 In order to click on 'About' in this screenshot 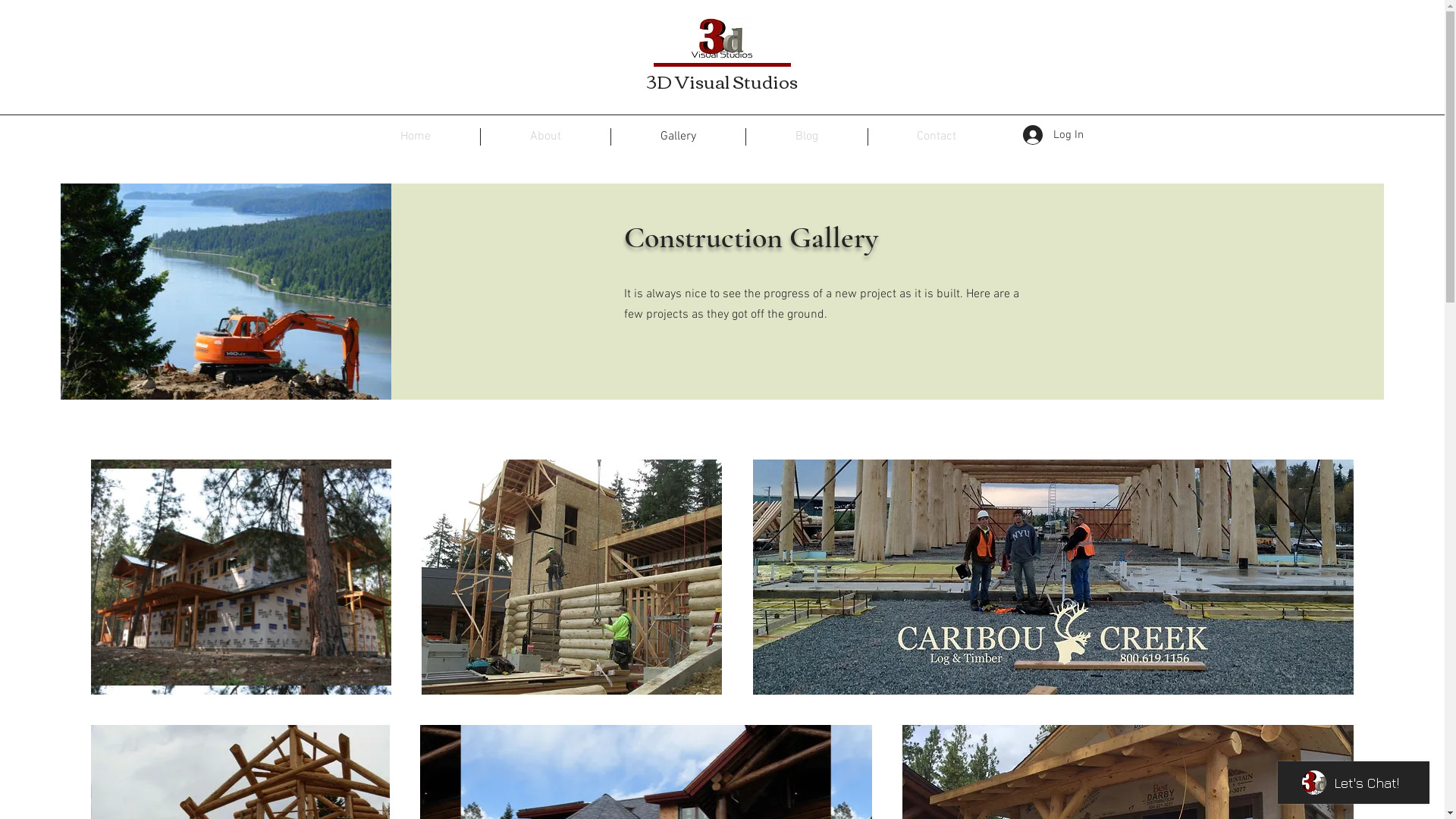, I will do `click(545, 136)`.